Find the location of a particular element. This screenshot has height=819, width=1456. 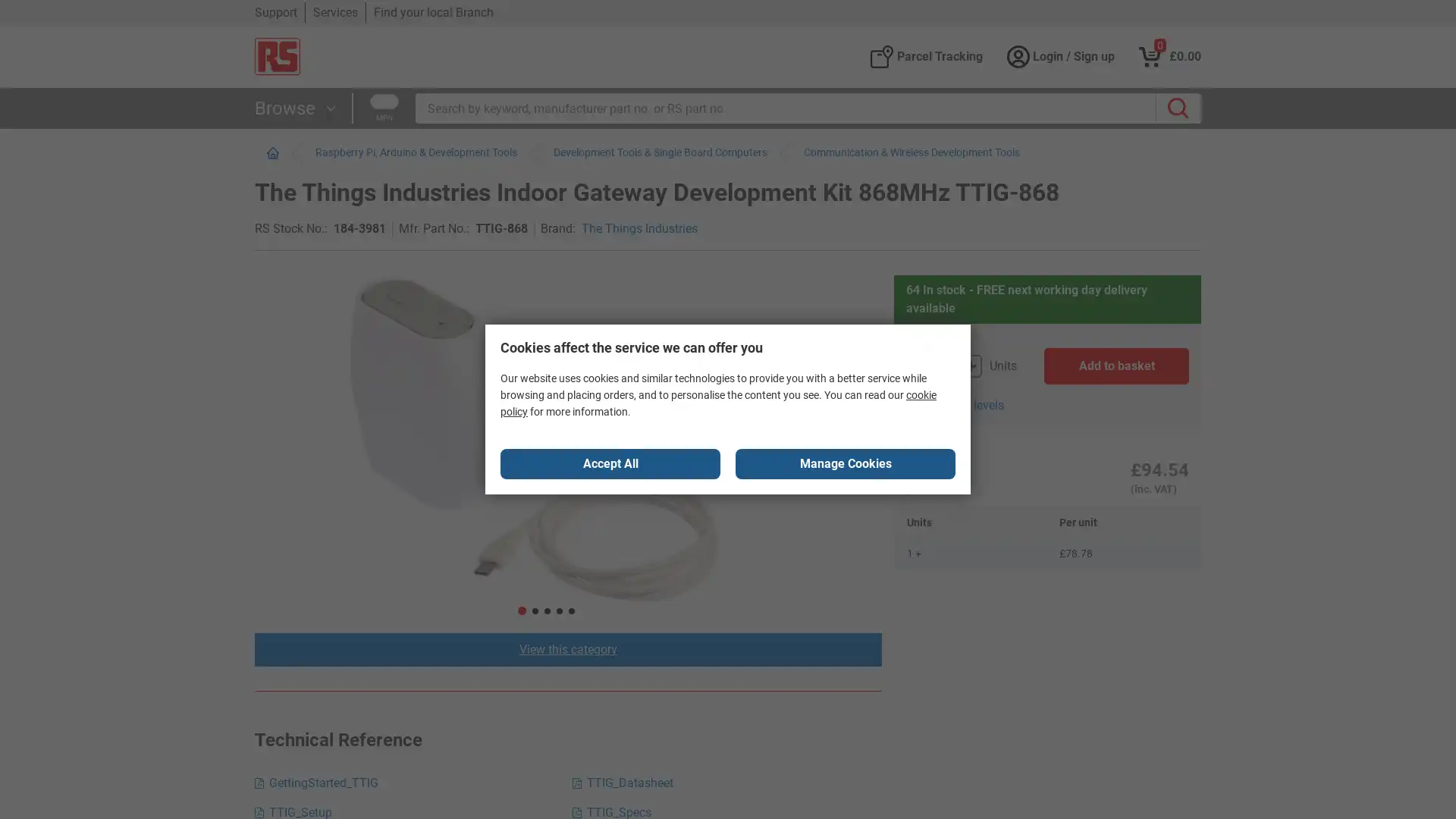

Browse is located at coordinates (297, 107).